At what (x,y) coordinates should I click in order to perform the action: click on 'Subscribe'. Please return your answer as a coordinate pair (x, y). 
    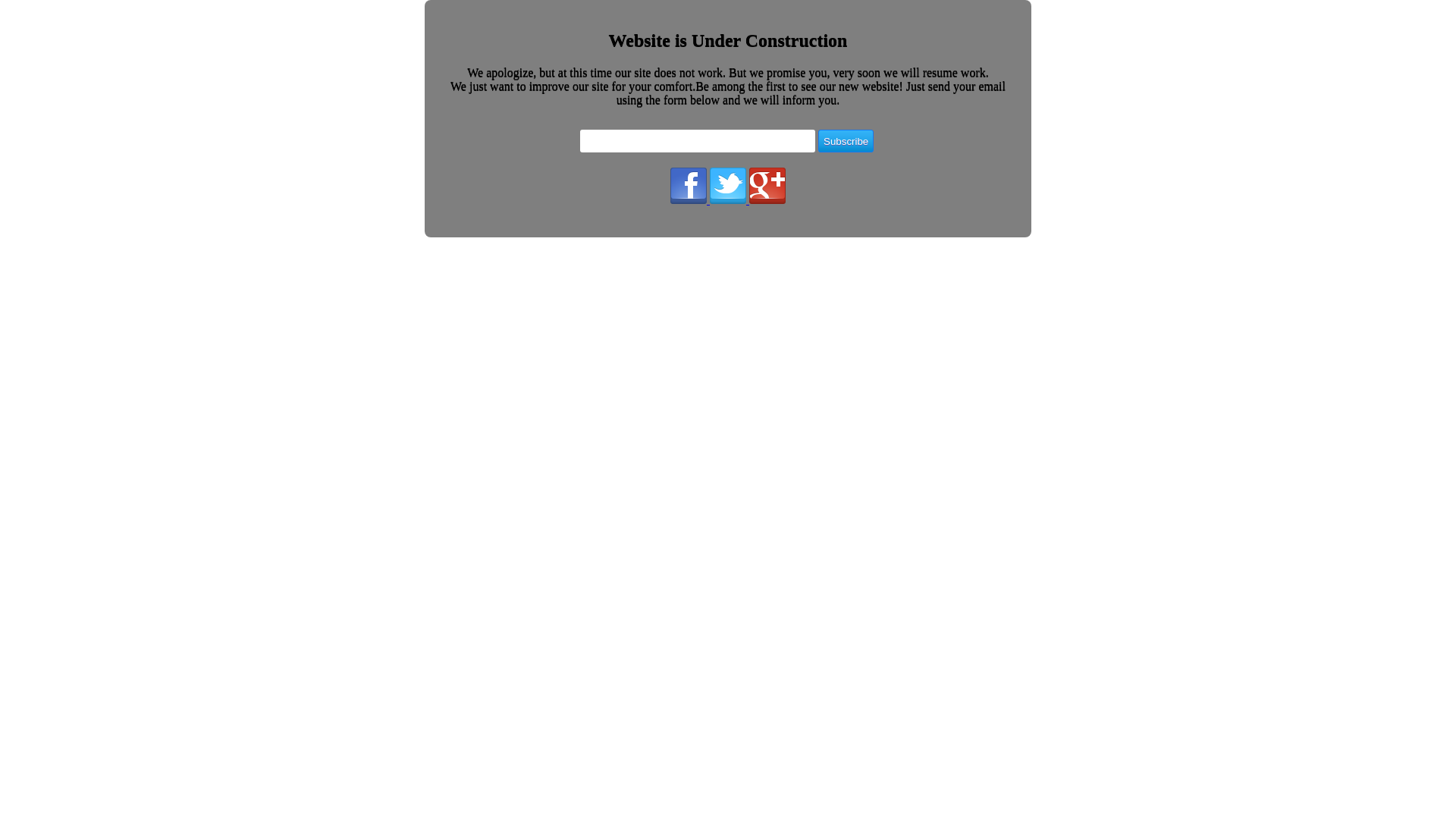
    Looking at the image, I should click on (817, 140).